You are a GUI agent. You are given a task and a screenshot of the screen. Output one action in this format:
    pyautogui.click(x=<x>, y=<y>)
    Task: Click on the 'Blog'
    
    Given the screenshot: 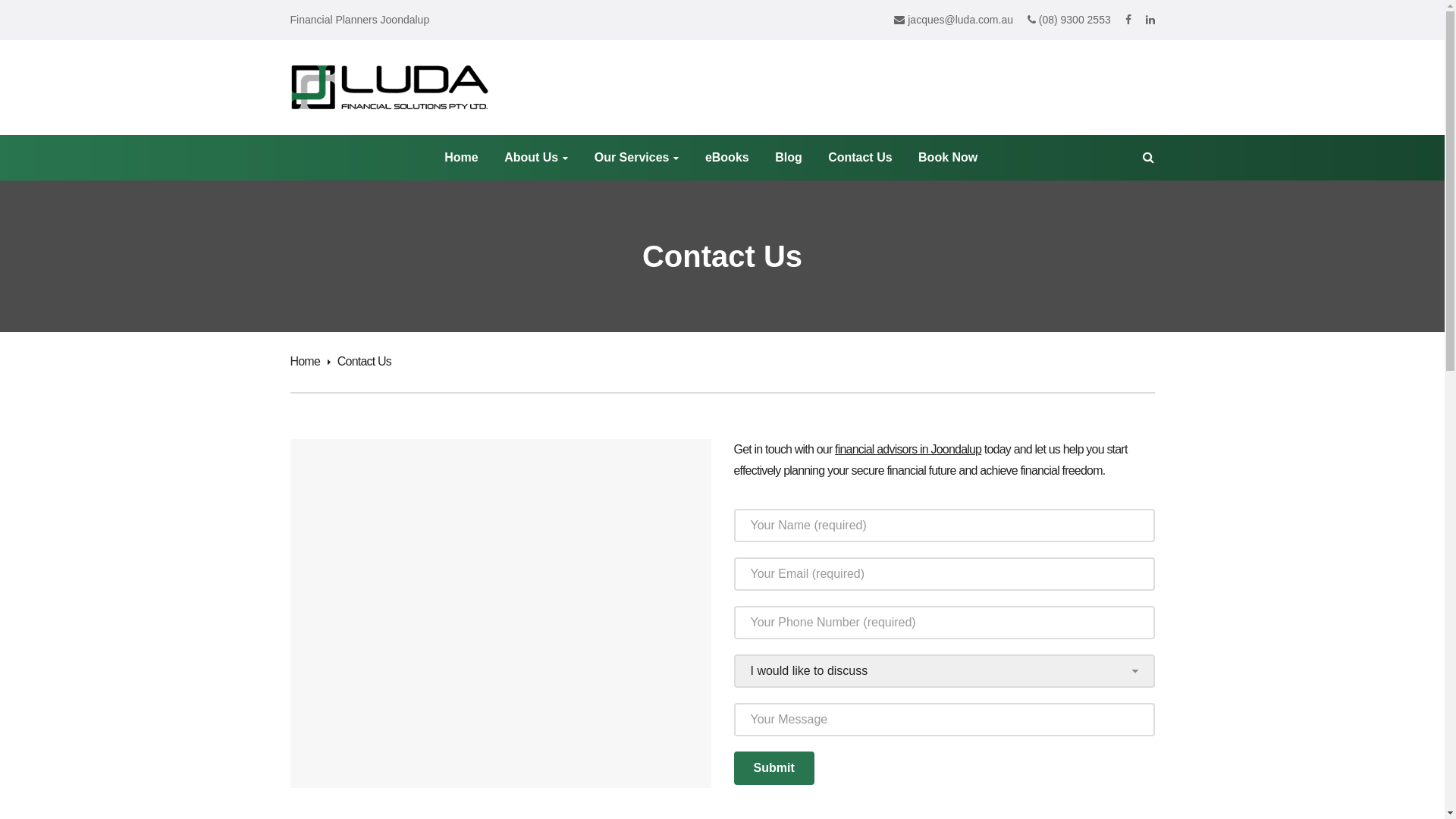 What is the action you would take?
    pyautogui.click(x=789, y=158)
    